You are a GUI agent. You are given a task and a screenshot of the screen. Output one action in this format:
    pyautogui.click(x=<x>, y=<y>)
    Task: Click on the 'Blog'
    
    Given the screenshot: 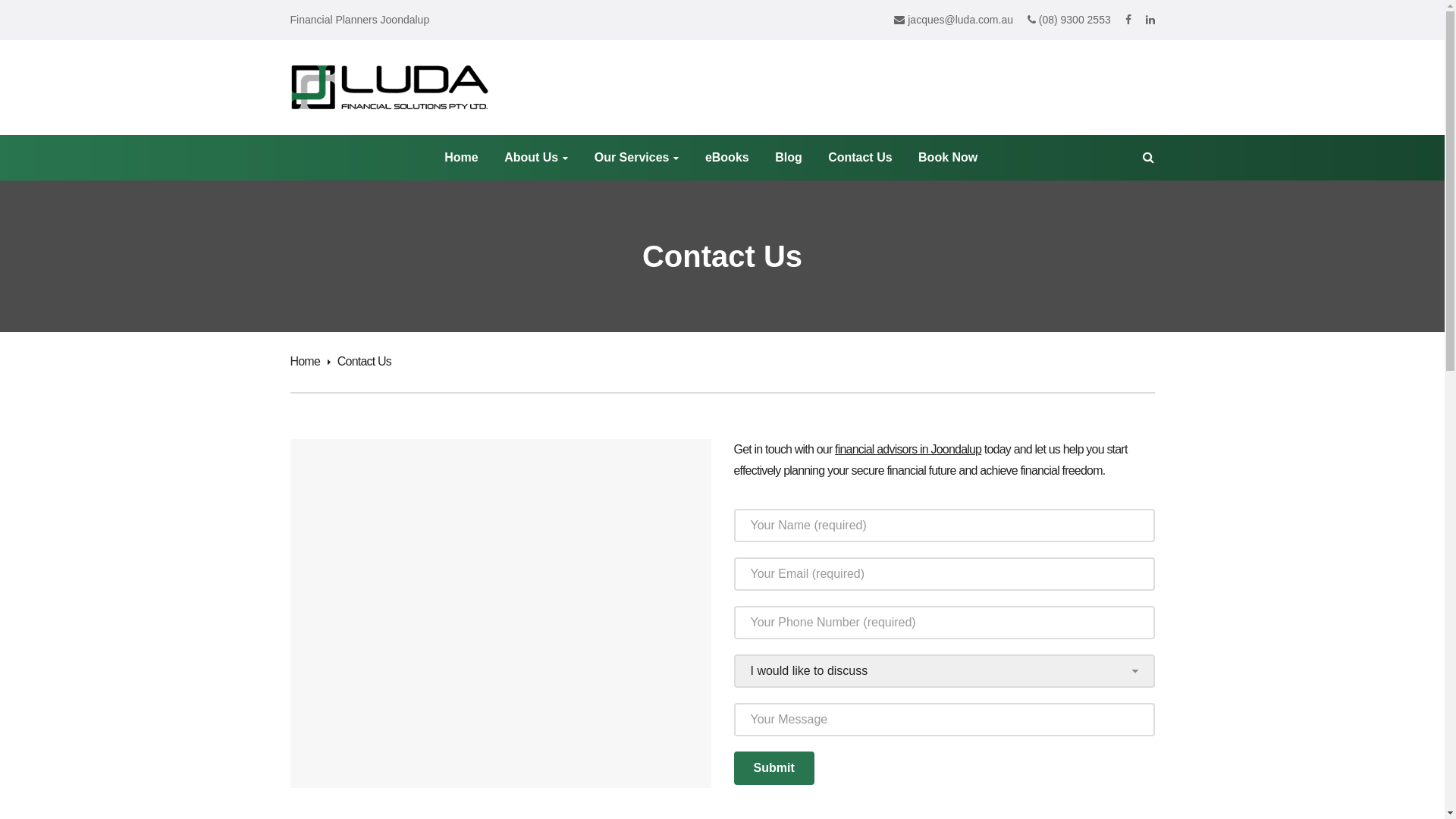 What is the action you would take?
    pyautogui.click(x=789, y=158)
    